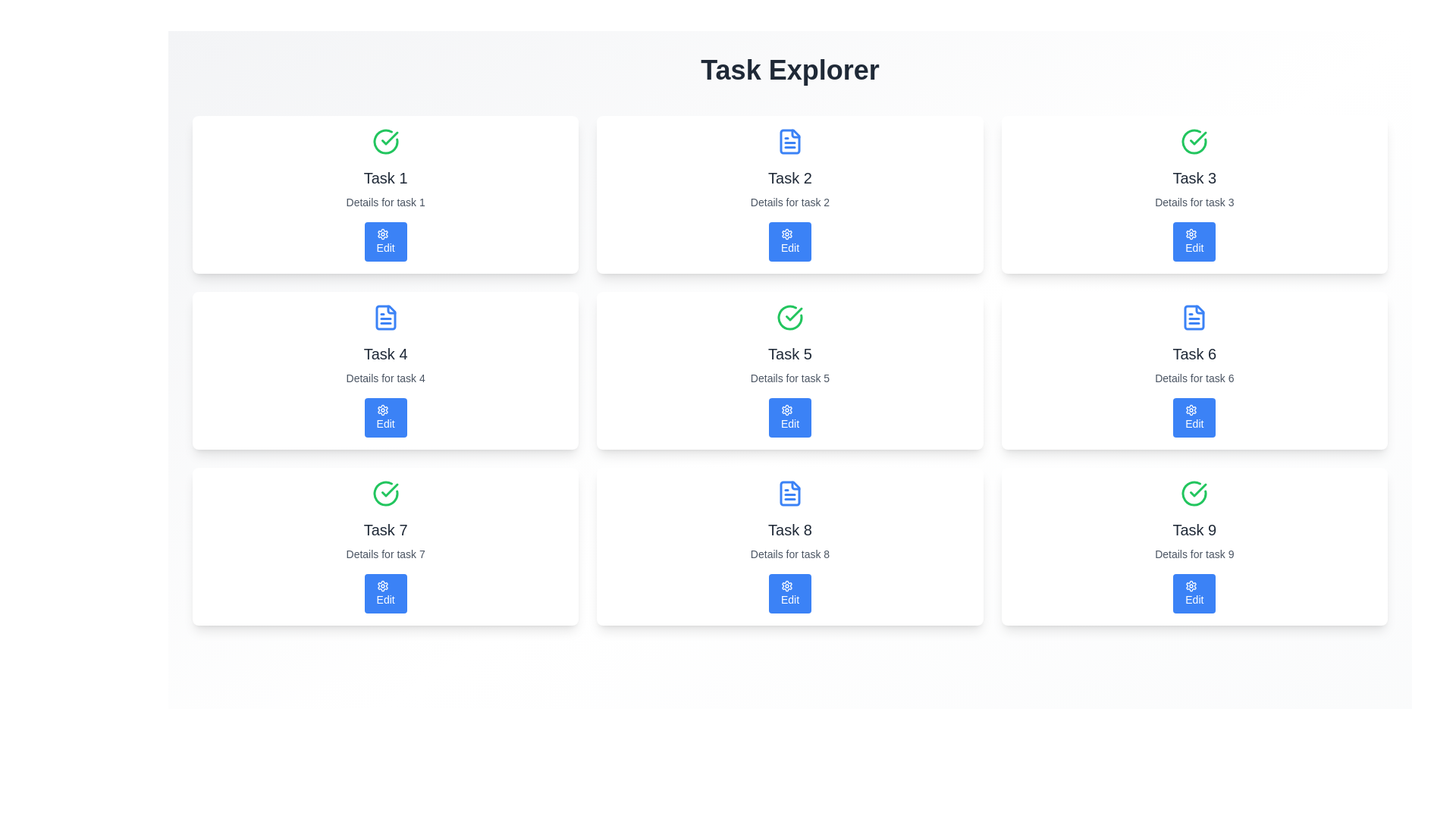  What do you see at coordinates (385, 494) in the screenshot?
I see `the status indicator icon located in the third row, first column above 'Task 7' to indicate a completed or verified task` at bounding box center [385, 494].